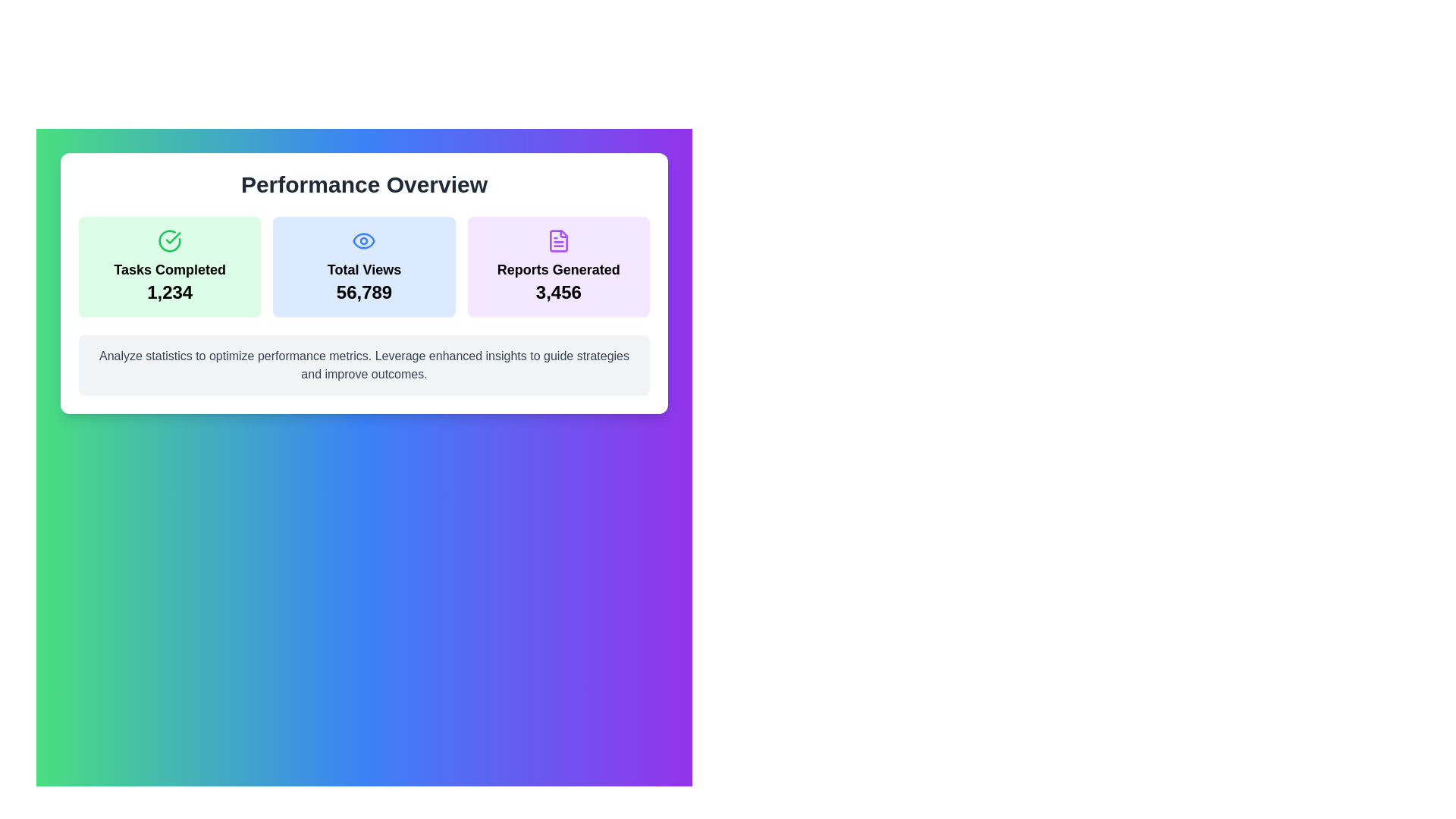 The image size is (1456, 819). I want to click on the displayed value of the text label showing '3,456' located centrally within the rightmost purple card, underneath the text 'Reports Generated', so click(557, 292).